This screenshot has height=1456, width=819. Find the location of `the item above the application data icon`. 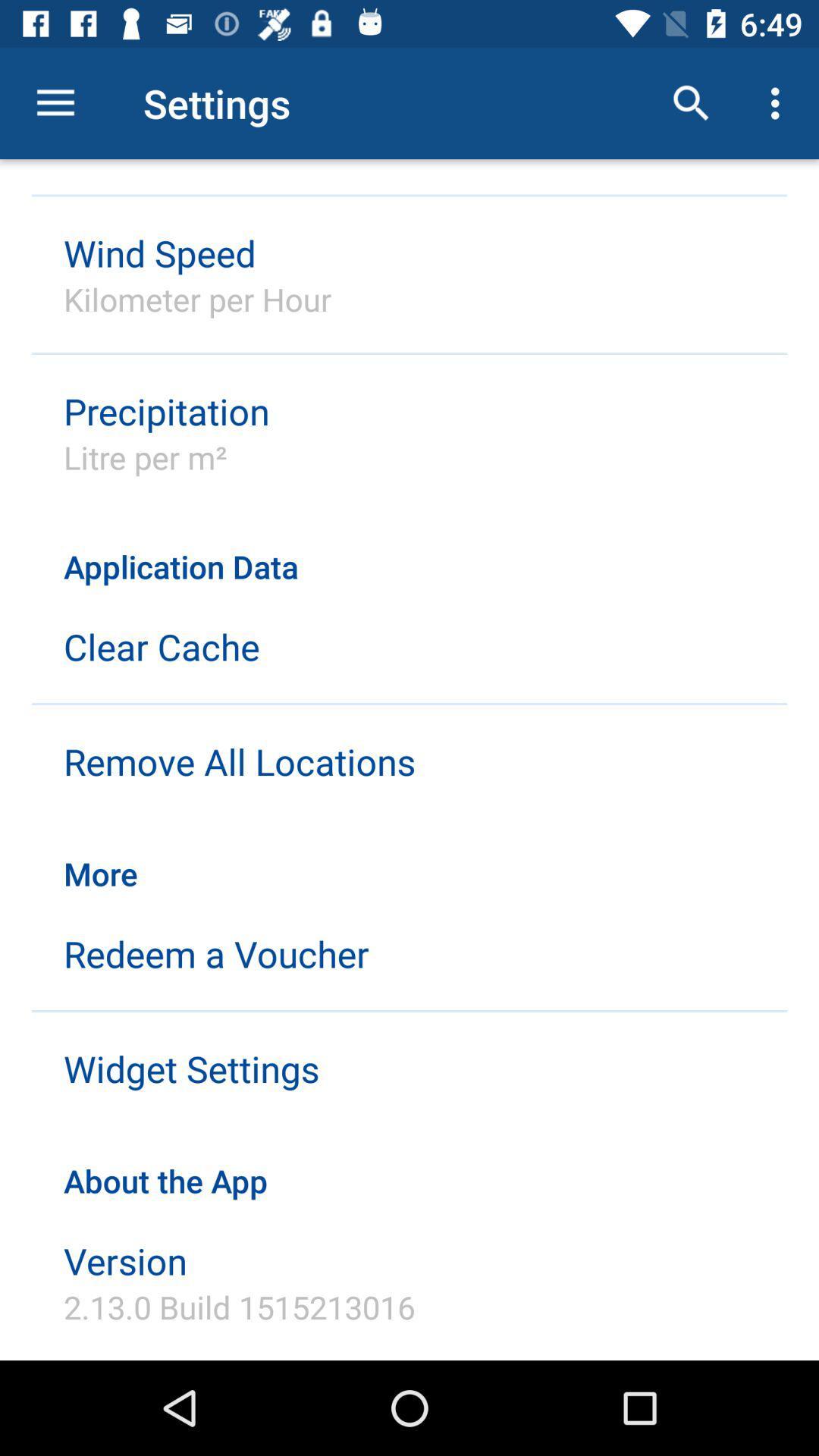

the item above the application data icon is located at coordinates (779, 102).